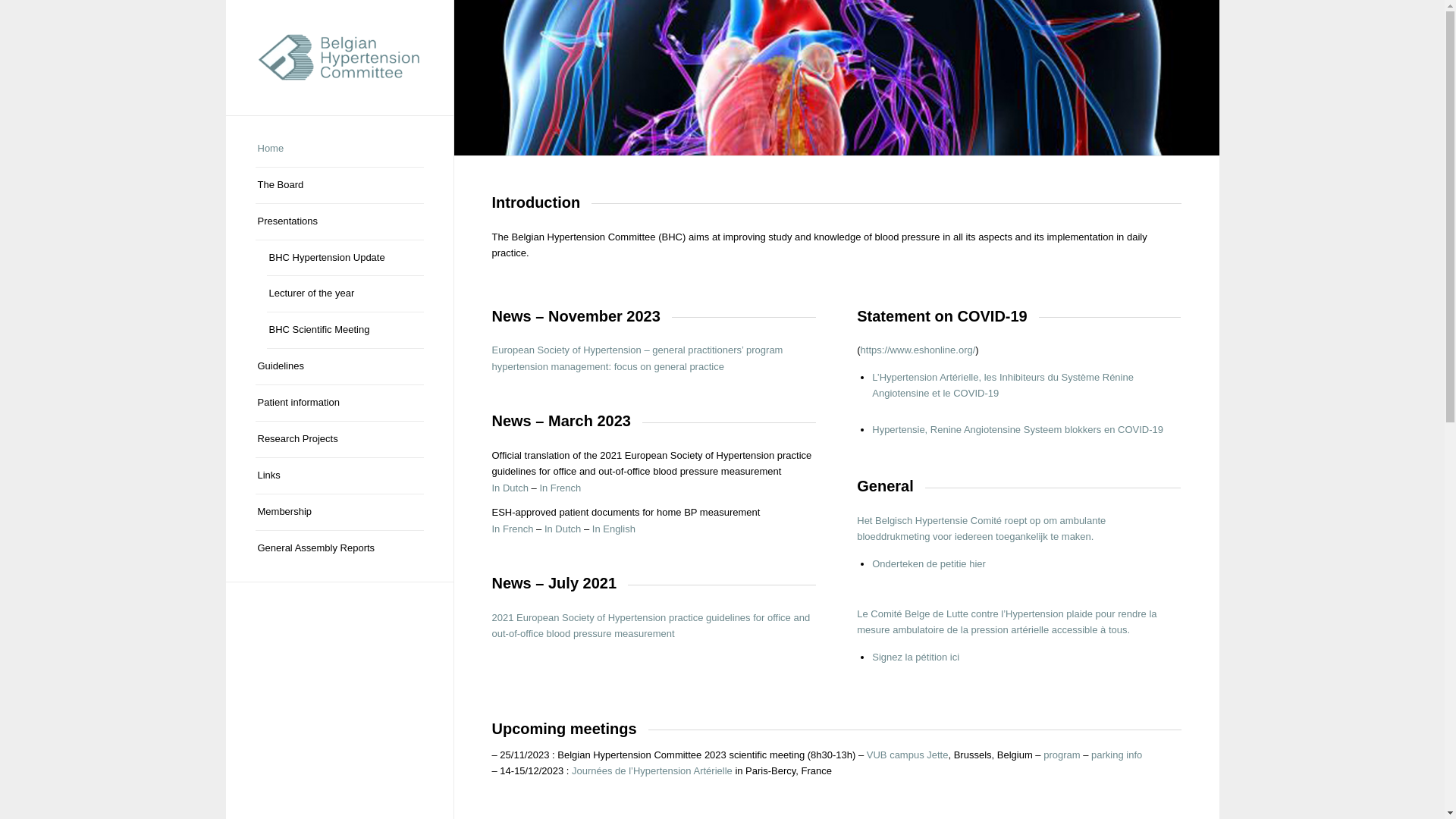  I want to click on 'Home', so click(337, 149).